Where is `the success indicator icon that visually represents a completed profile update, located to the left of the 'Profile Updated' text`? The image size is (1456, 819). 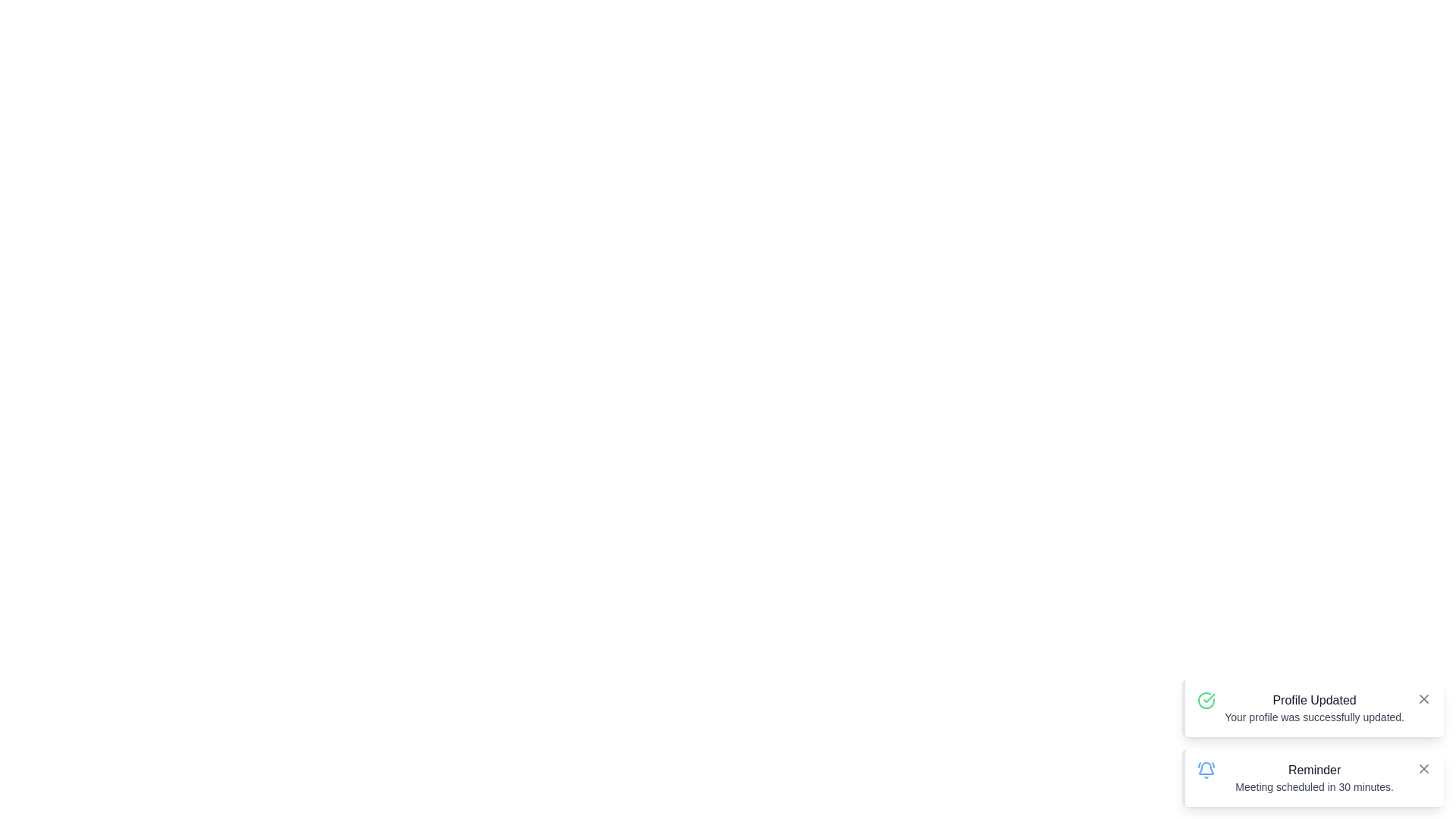
the success indicator icon that visually represents a completed profile update, located to the left of the 'Profile Updated' text is located at coordinates (1206, 701).